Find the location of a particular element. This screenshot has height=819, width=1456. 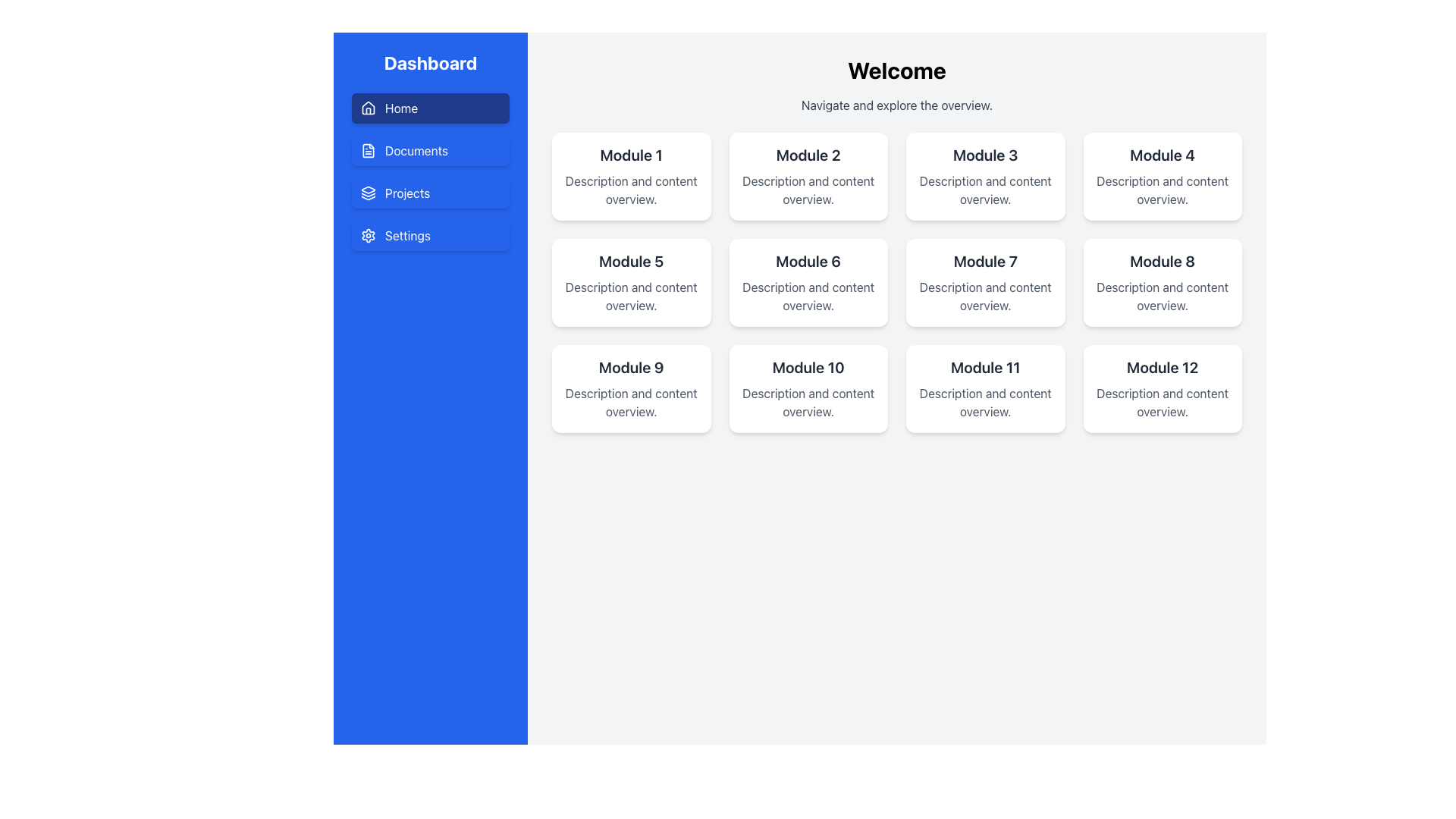

text from the Card component displaying information about 'Module 11', which is located in the grid of modules on the third row and third column is located at coordinates (985, 388).